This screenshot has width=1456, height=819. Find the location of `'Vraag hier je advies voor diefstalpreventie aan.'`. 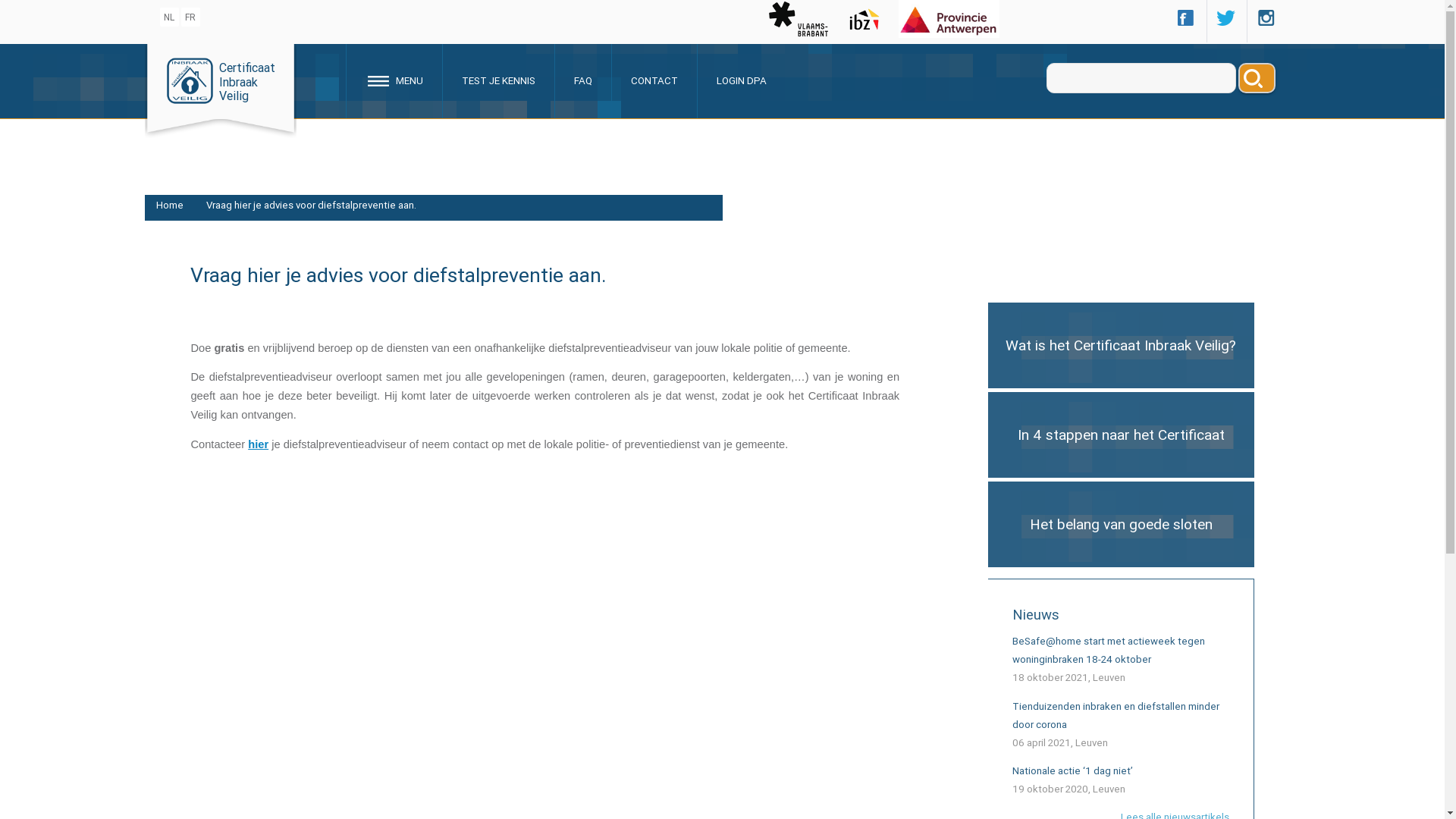

'Vraag hier je advies voor diefstalpreventie aan.' is located at coordinates (310, 205).